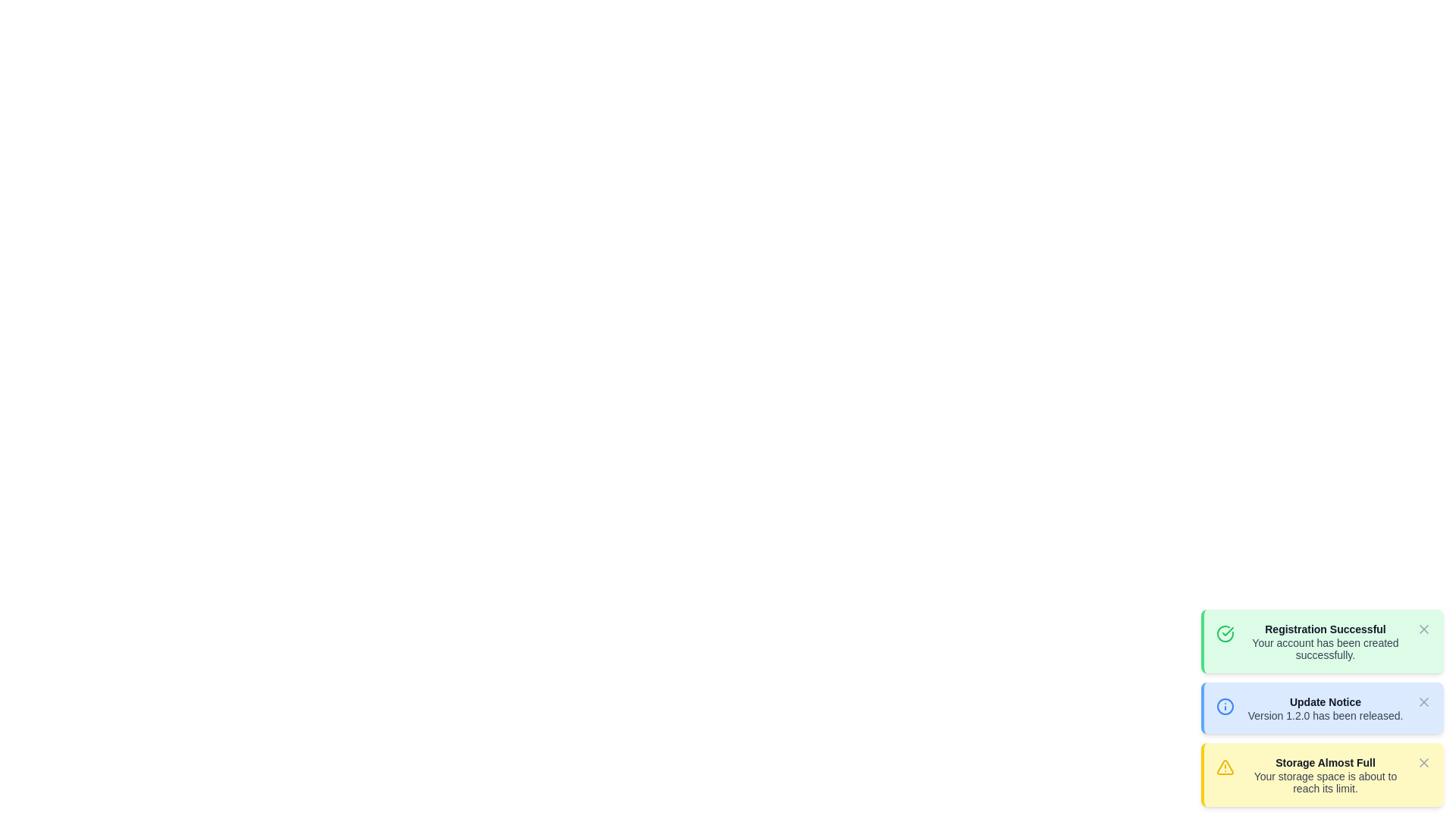 This screenshot has height=819, width=1456. What do you see at coordinates (1225, 707) in the screenshot?
I see `the visual indicator icon located at the left of the header in the 'Update Notice' notification card under 'Registration Successful'` at bounding box center [1225, 707].